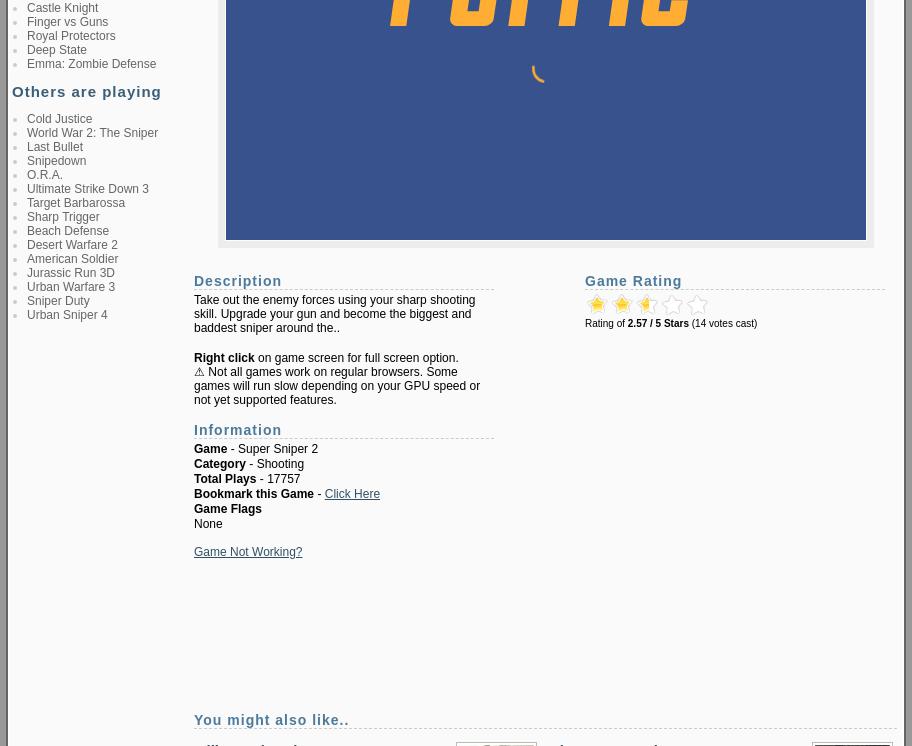 The width and height of the screenshot is (912, 746). I want to click on '- 17757', so click(276, 479).